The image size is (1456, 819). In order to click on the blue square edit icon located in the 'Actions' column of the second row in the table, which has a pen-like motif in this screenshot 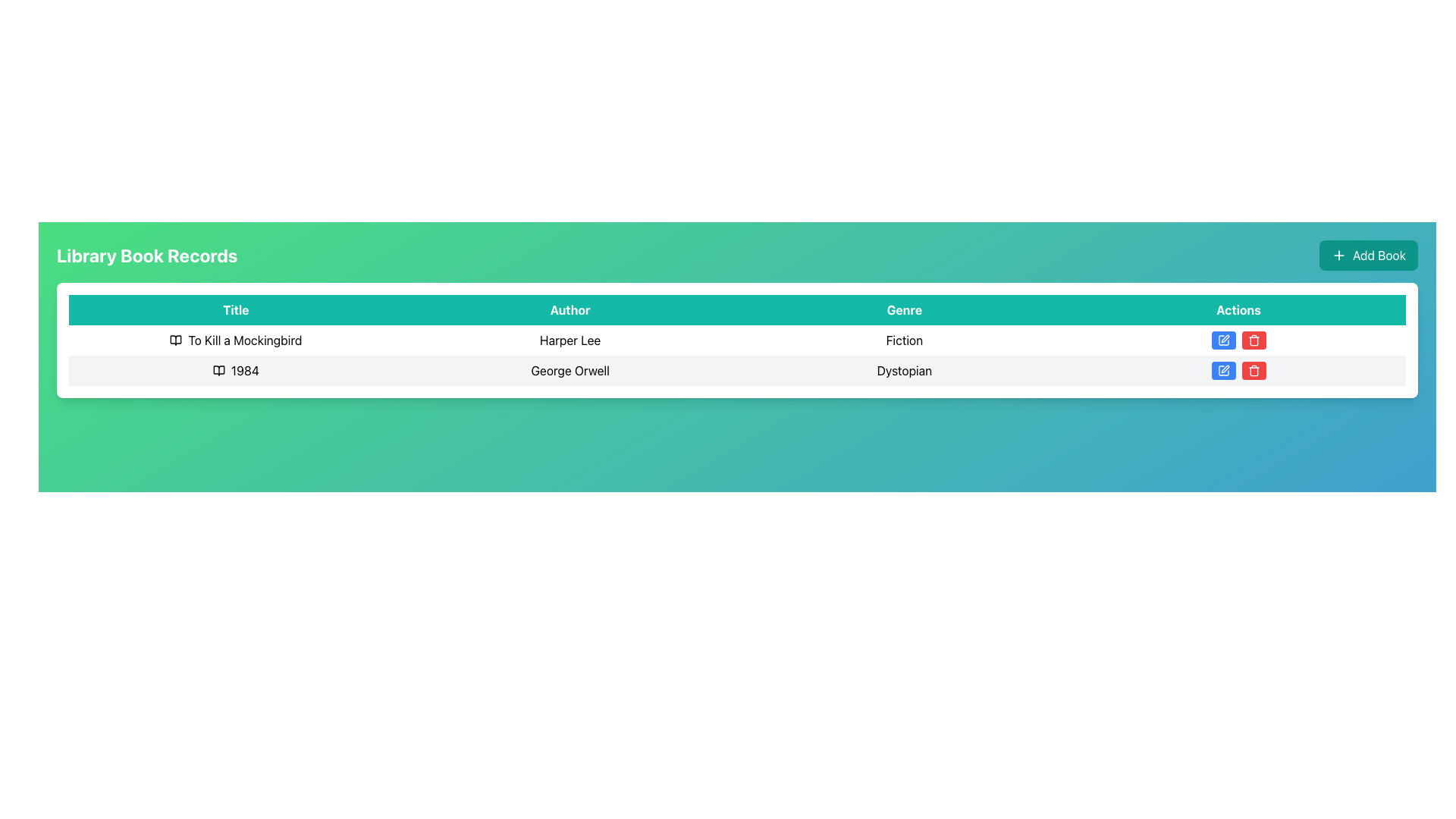, I will do `click(1223, 339)`.